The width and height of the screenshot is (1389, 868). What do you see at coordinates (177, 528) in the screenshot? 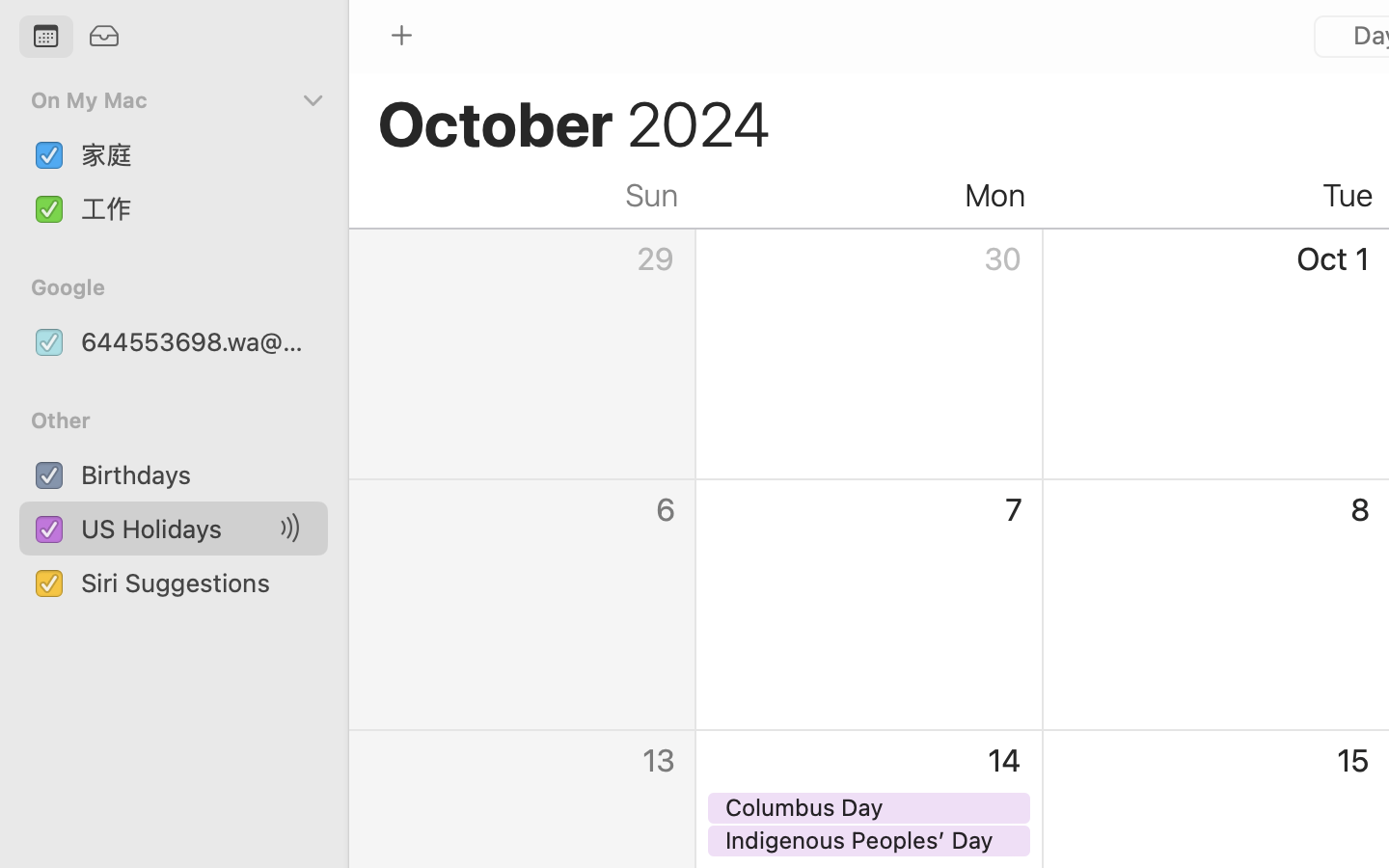
I see `'US Holidays'` at bounding box center [177, 528].